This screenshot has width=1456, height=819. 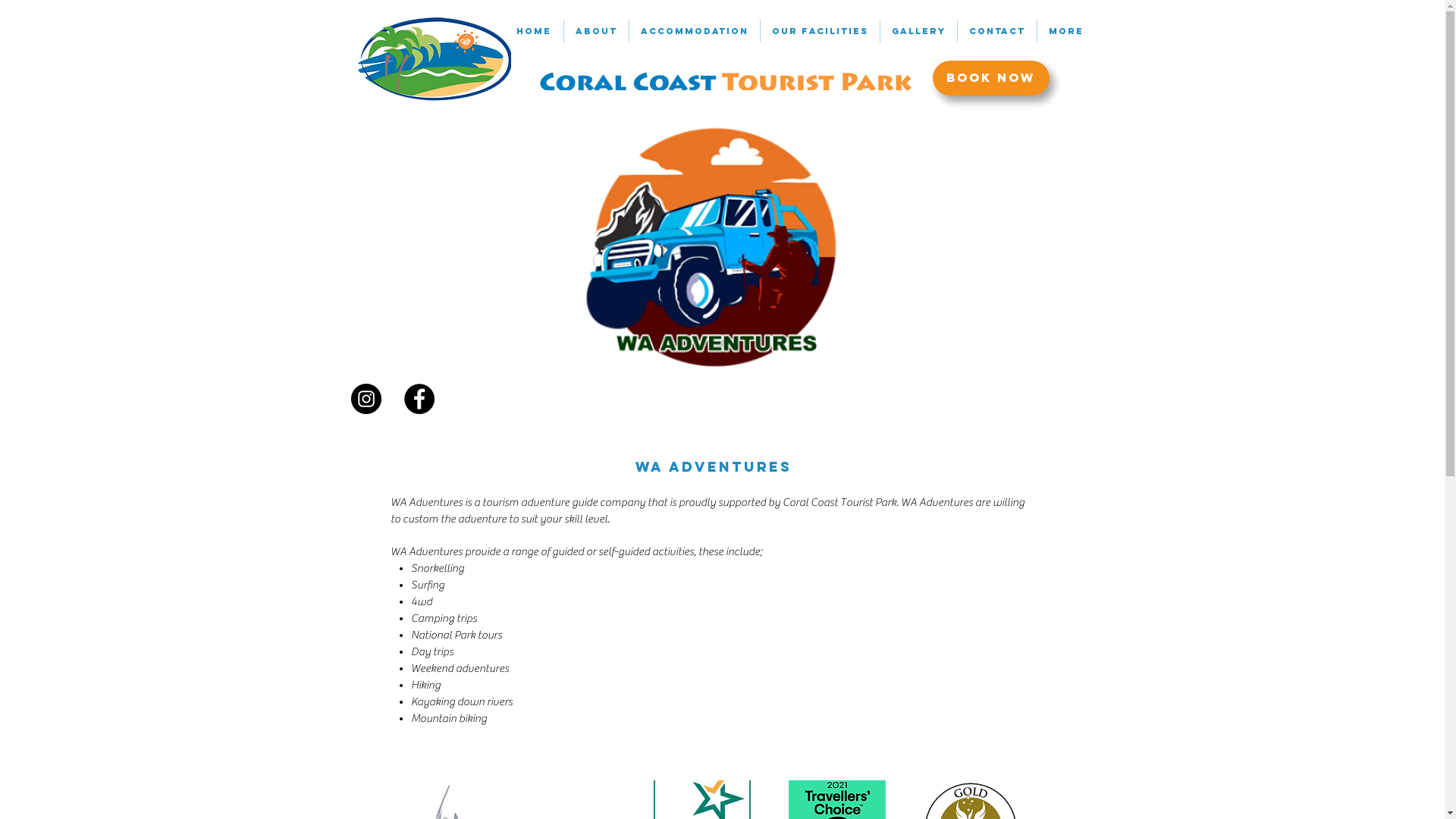 What do you see at coordinates (694, 31) in the screenshot?
I see `'ACCOMMODATION'` at bounding box center [694, 31].